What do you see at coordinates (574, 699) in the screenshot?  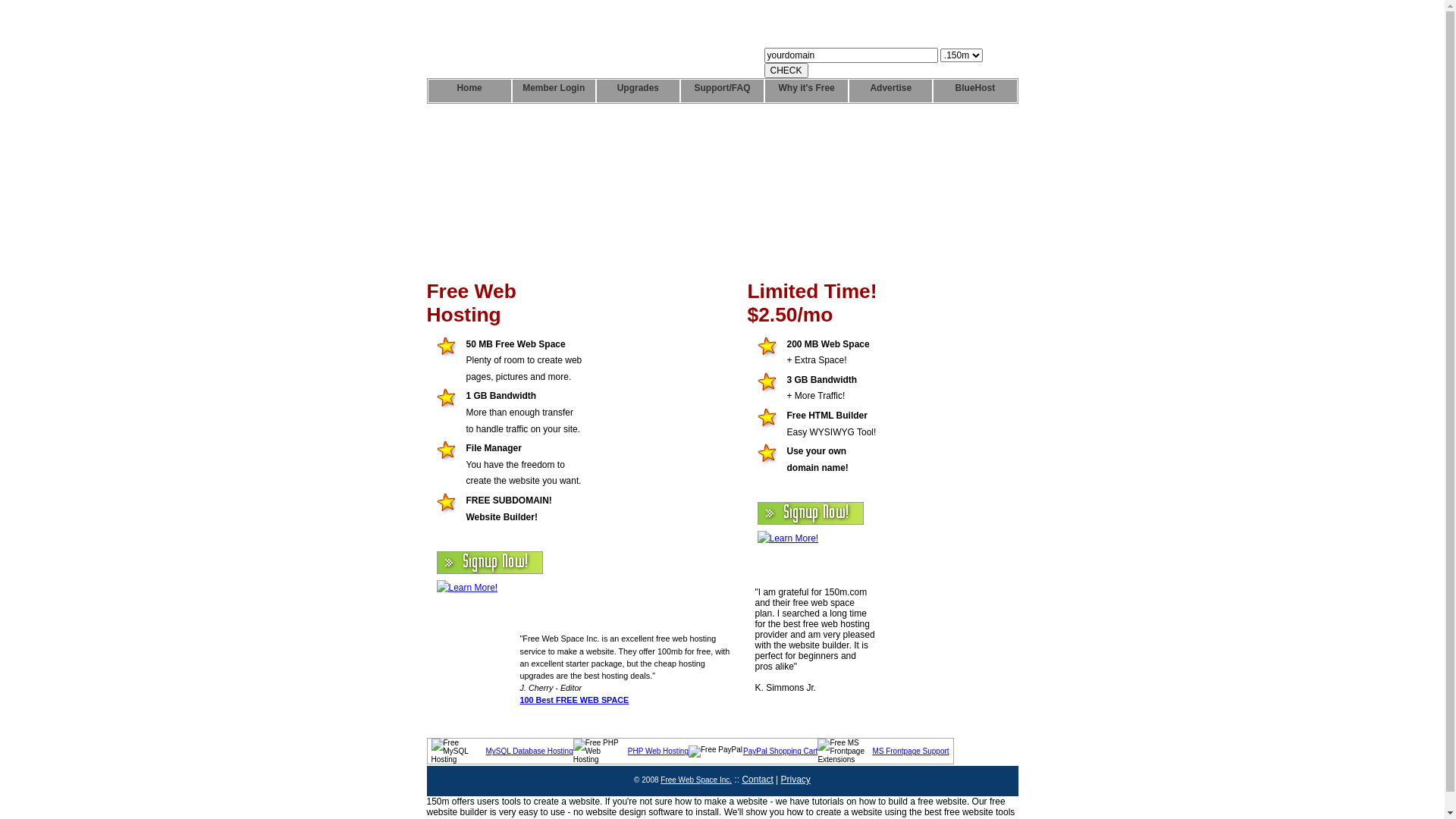 I see `'100 Best FREE WEB SPACE'` at bounding box center [574, 699].